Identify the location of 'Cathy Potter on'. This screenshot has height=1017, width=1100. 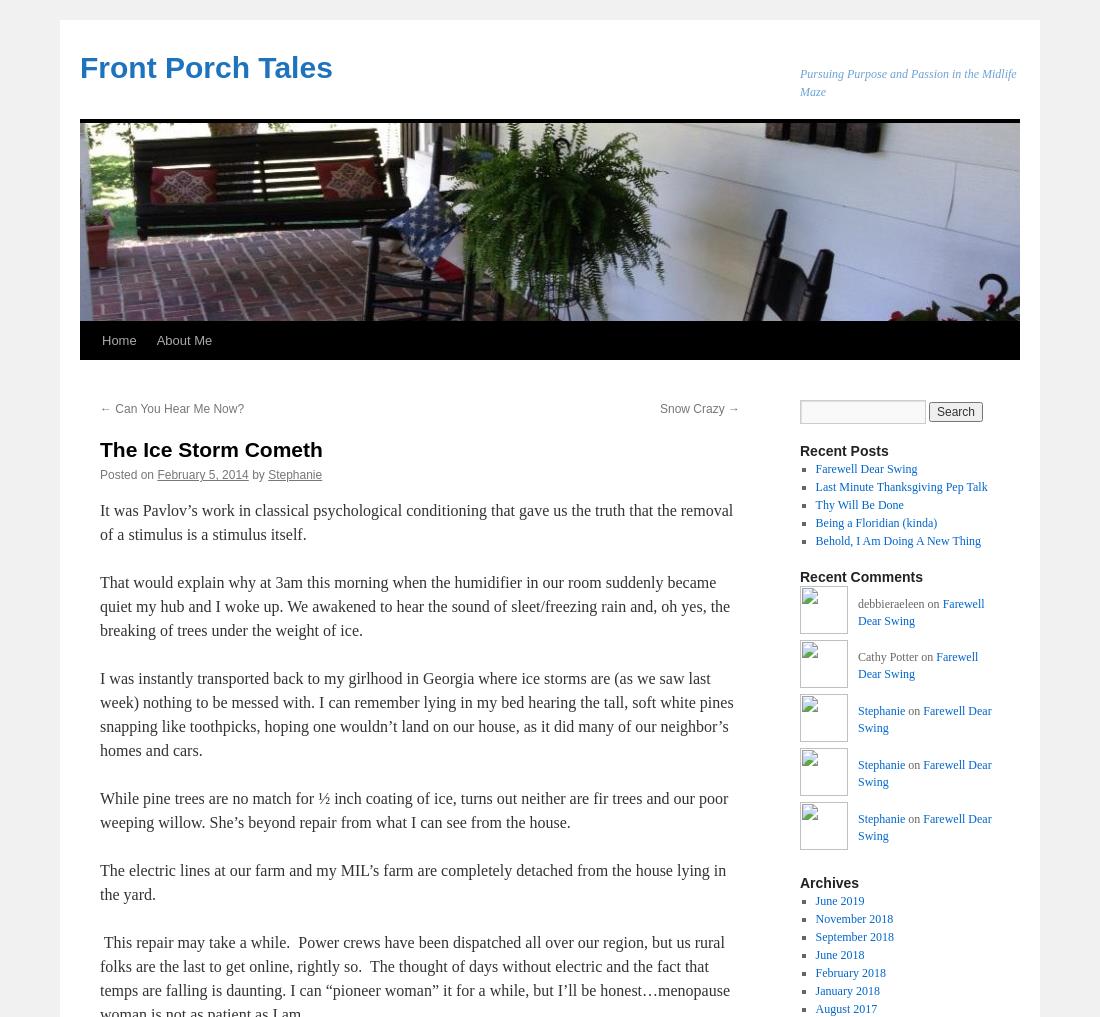
(897, 656).